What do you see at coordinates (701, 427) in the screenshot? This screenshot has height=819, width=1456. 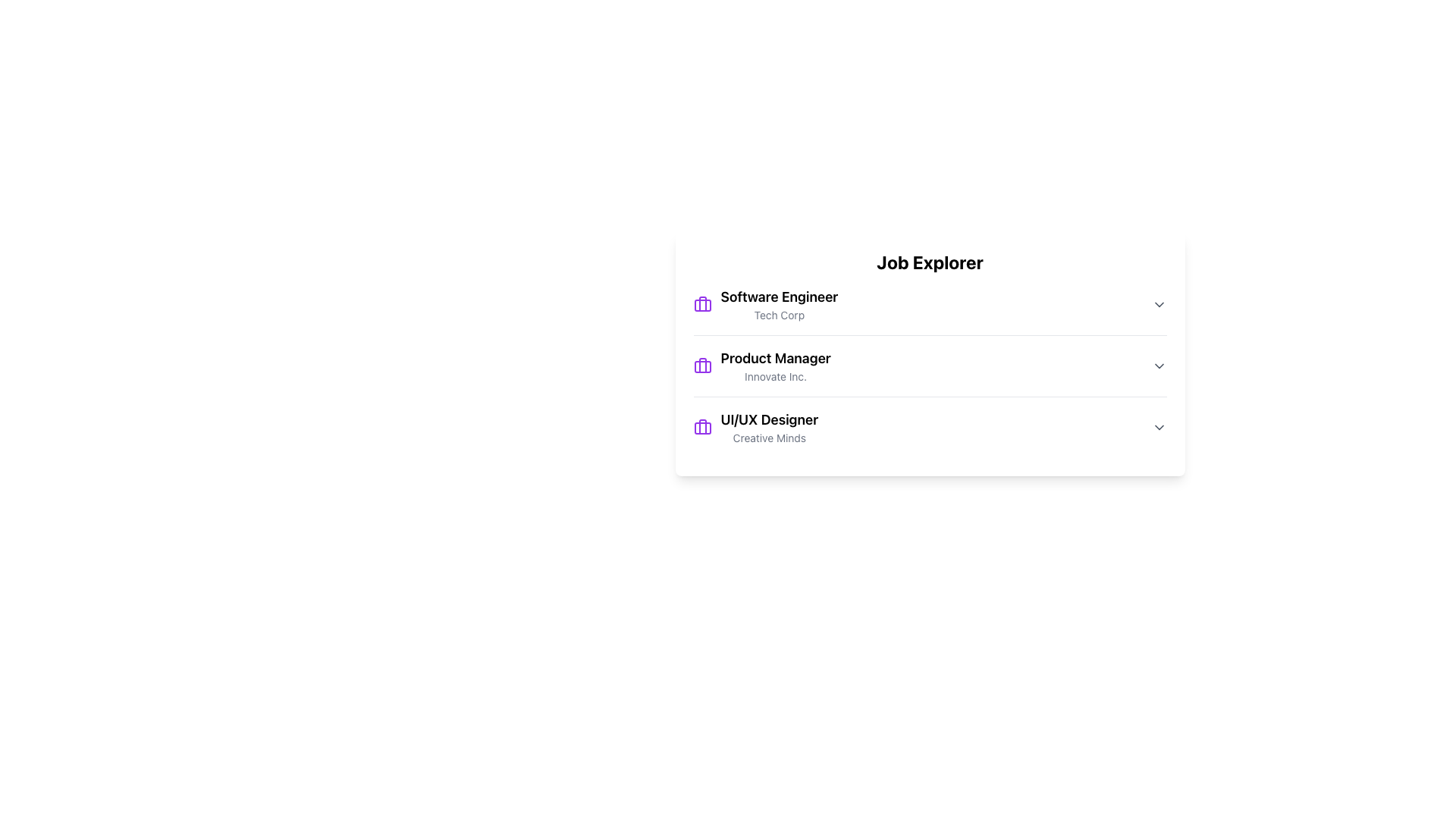 I see `the first icon representing the 'UI/UX Designer' job listing, located to the left of the text 'UI/UX Designer' and 'Creative Minds' at the bottom row of the 'Job Explorer' card` at bounding box center [701, 427].